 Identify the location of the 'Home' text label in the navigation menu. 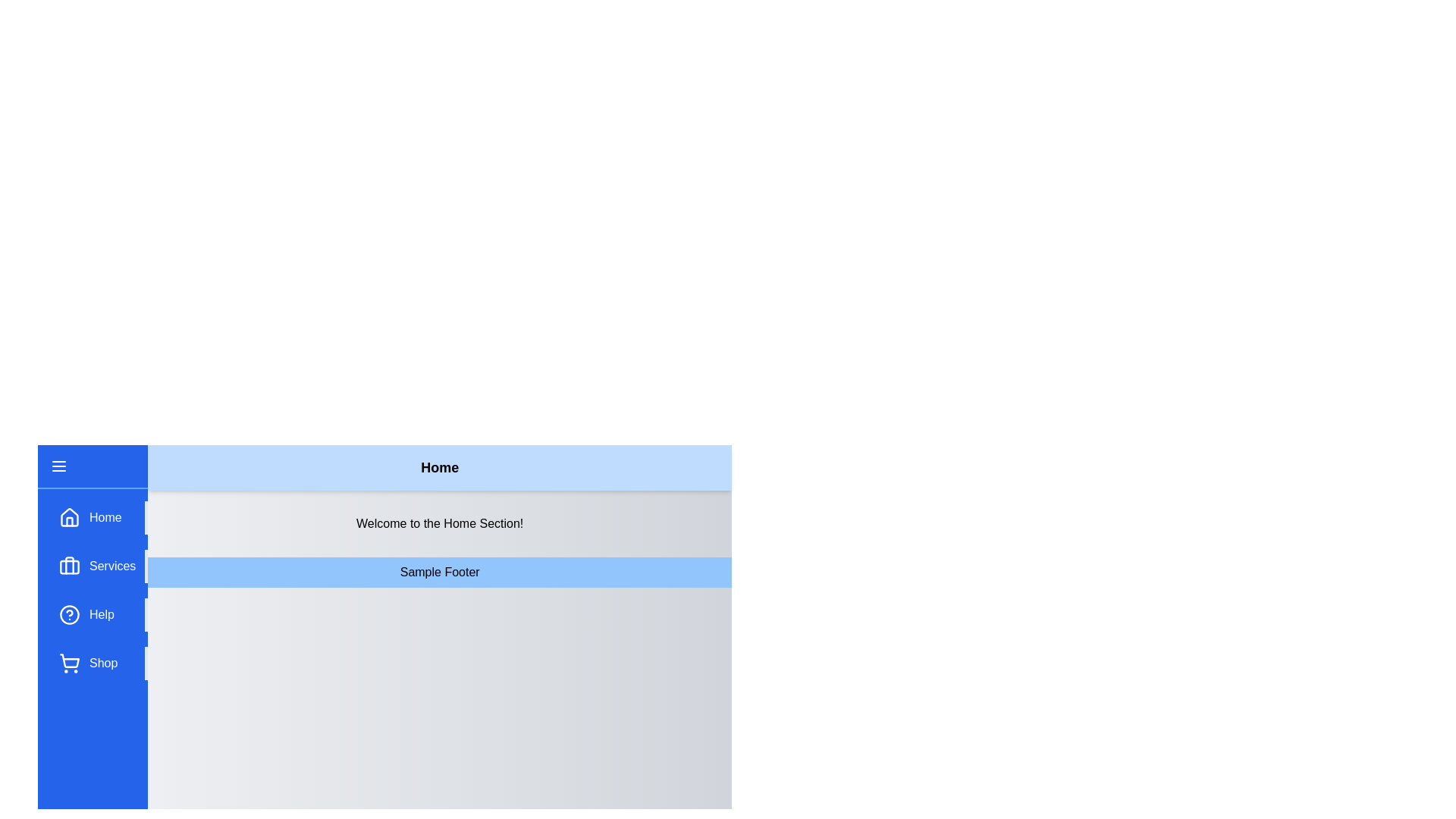
(105, 516).